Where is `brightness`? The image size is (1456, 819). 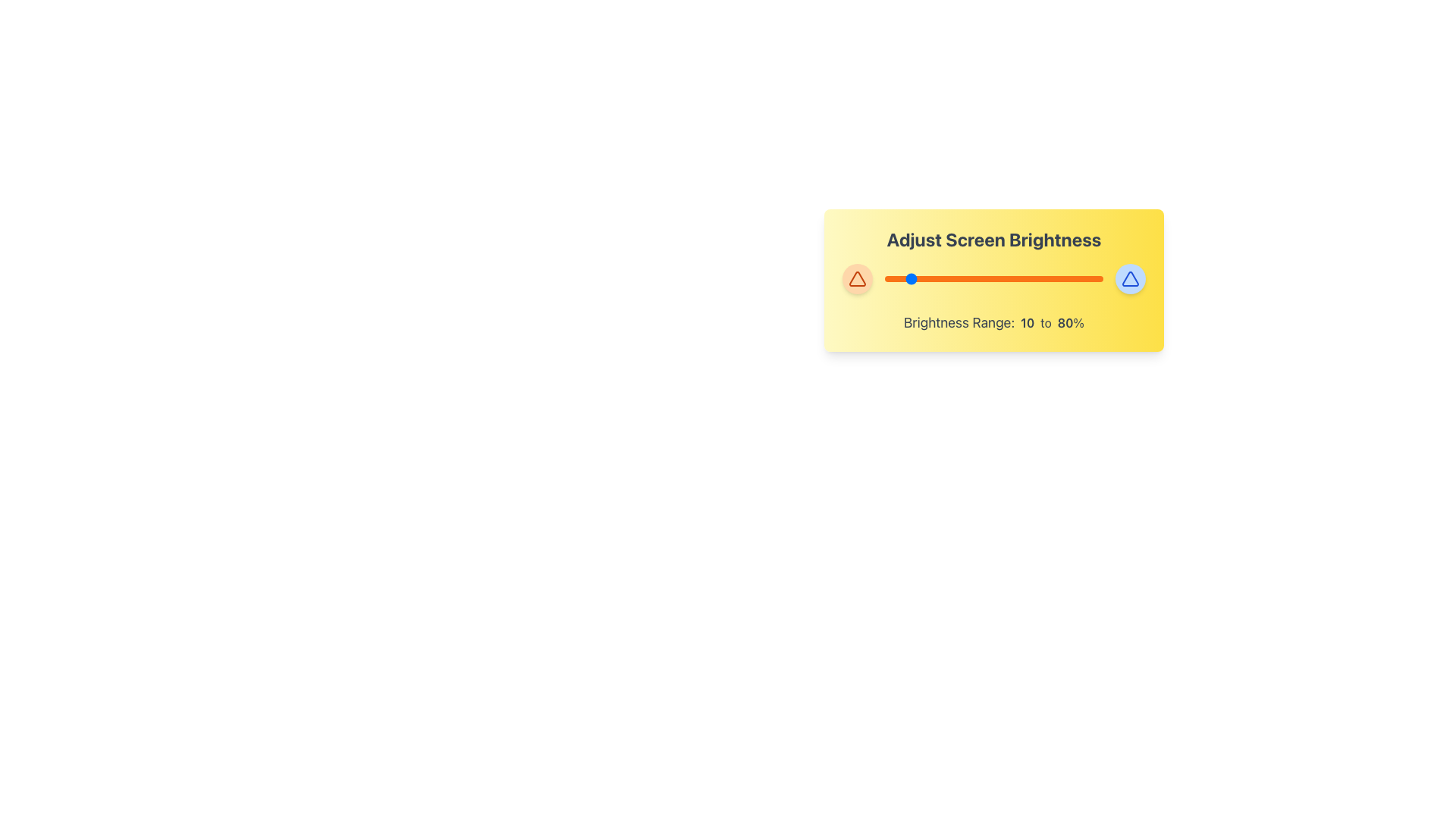 brightness is located at coordinates (1081, 278).